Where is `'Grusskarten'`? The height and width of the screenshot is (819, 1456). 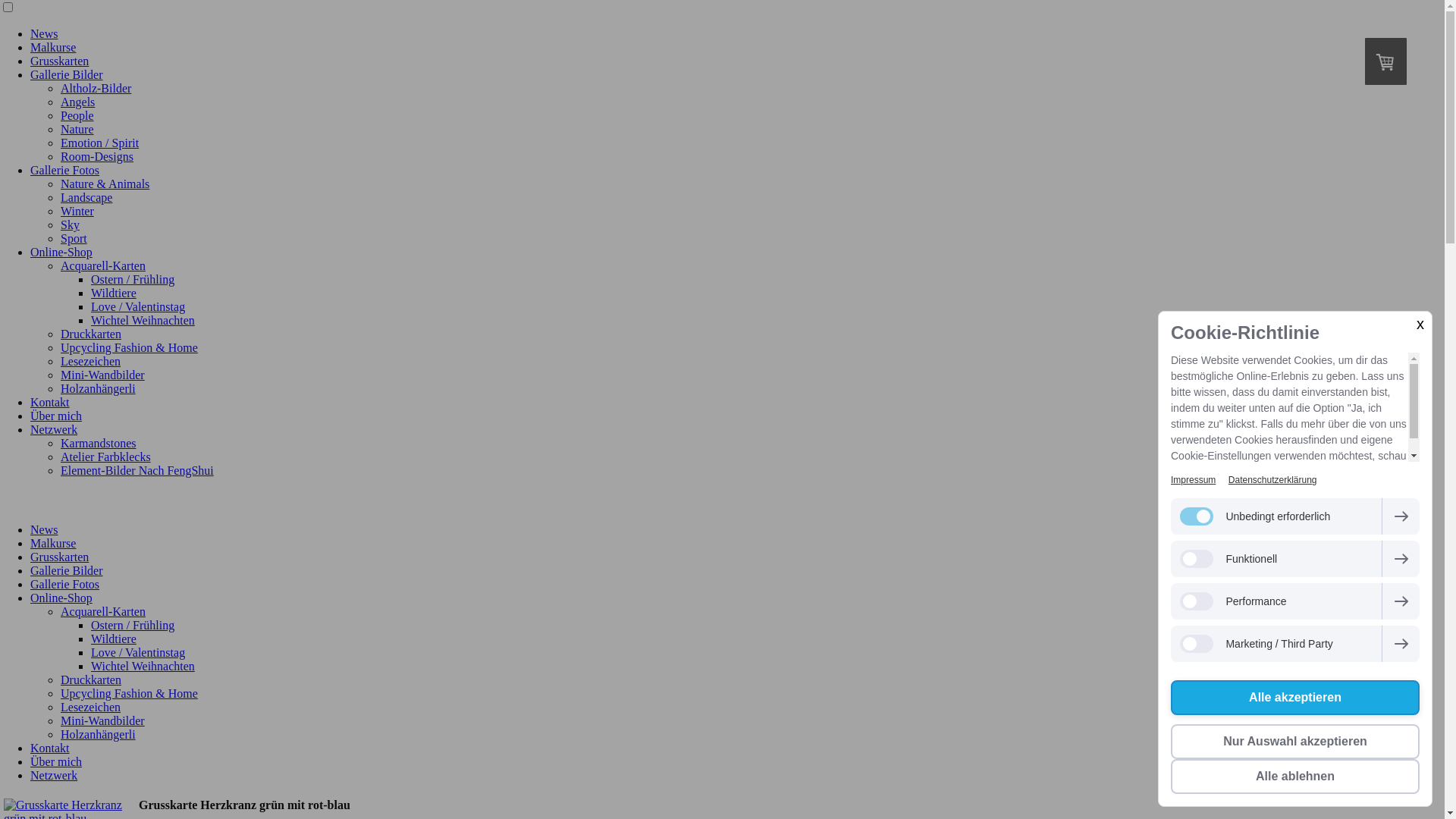
'Grusskarten' is located at coordinates (59, 60).